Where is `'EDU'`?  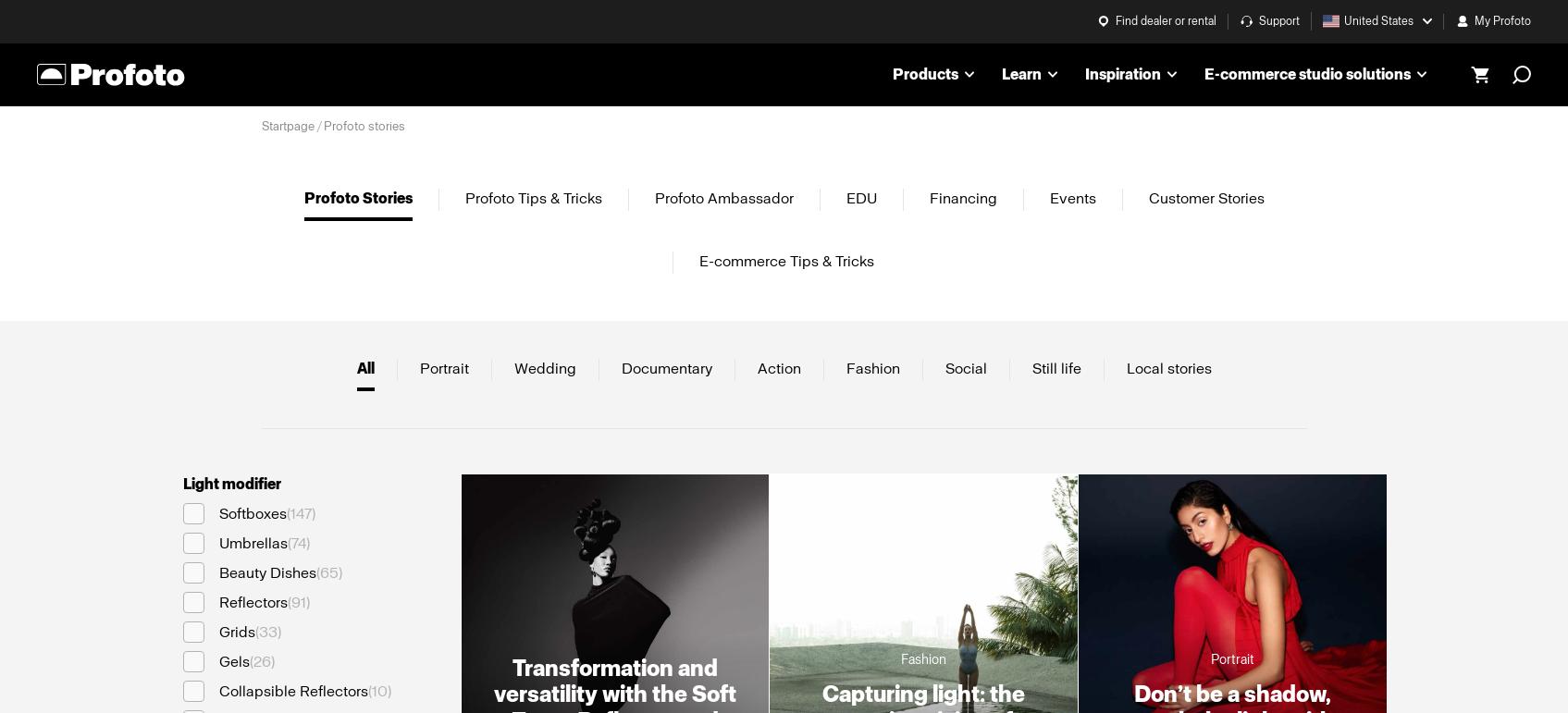 'EDU' is located at coordinates (860, 196).